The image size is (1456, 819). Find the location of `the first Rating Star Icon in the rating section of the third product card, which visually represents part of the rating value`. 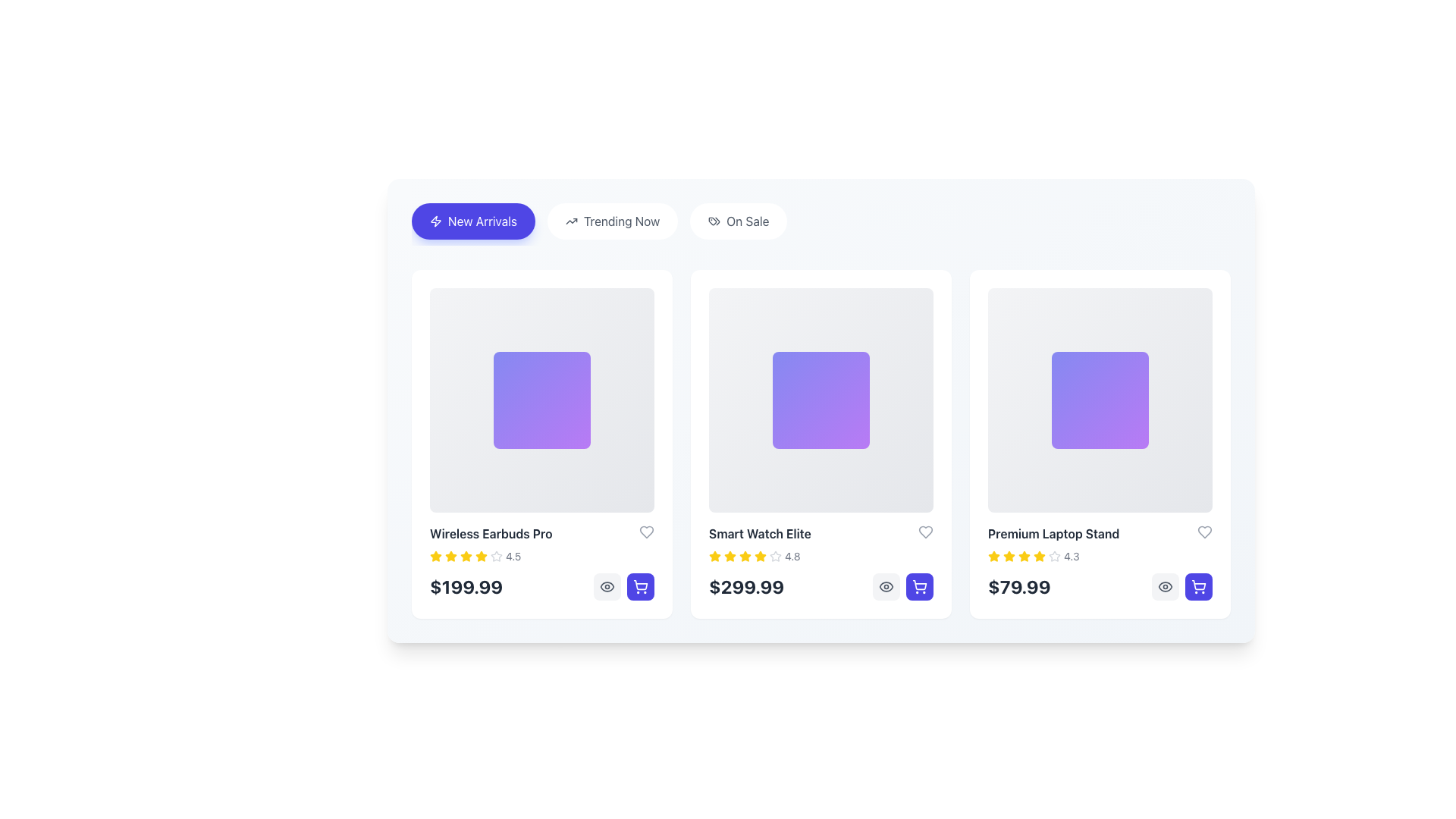

the first Rating Star Icon in the rating section of the third product card, which visually represents part of the rating value is located at coordinates (993, 556).